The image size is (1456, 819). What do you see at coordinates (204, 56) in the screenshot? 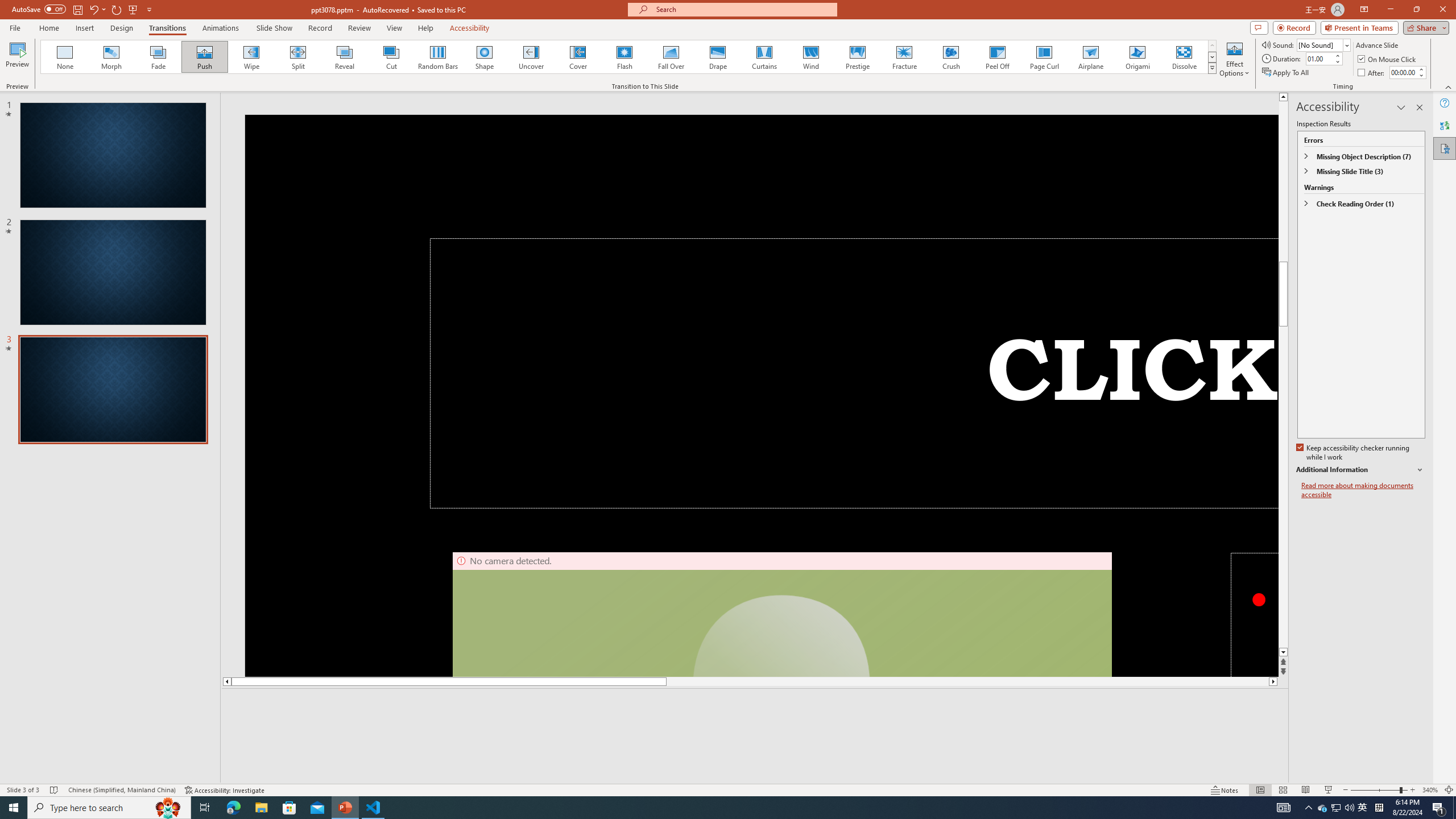
I see `'Push'` at bounding box center [204, 56].